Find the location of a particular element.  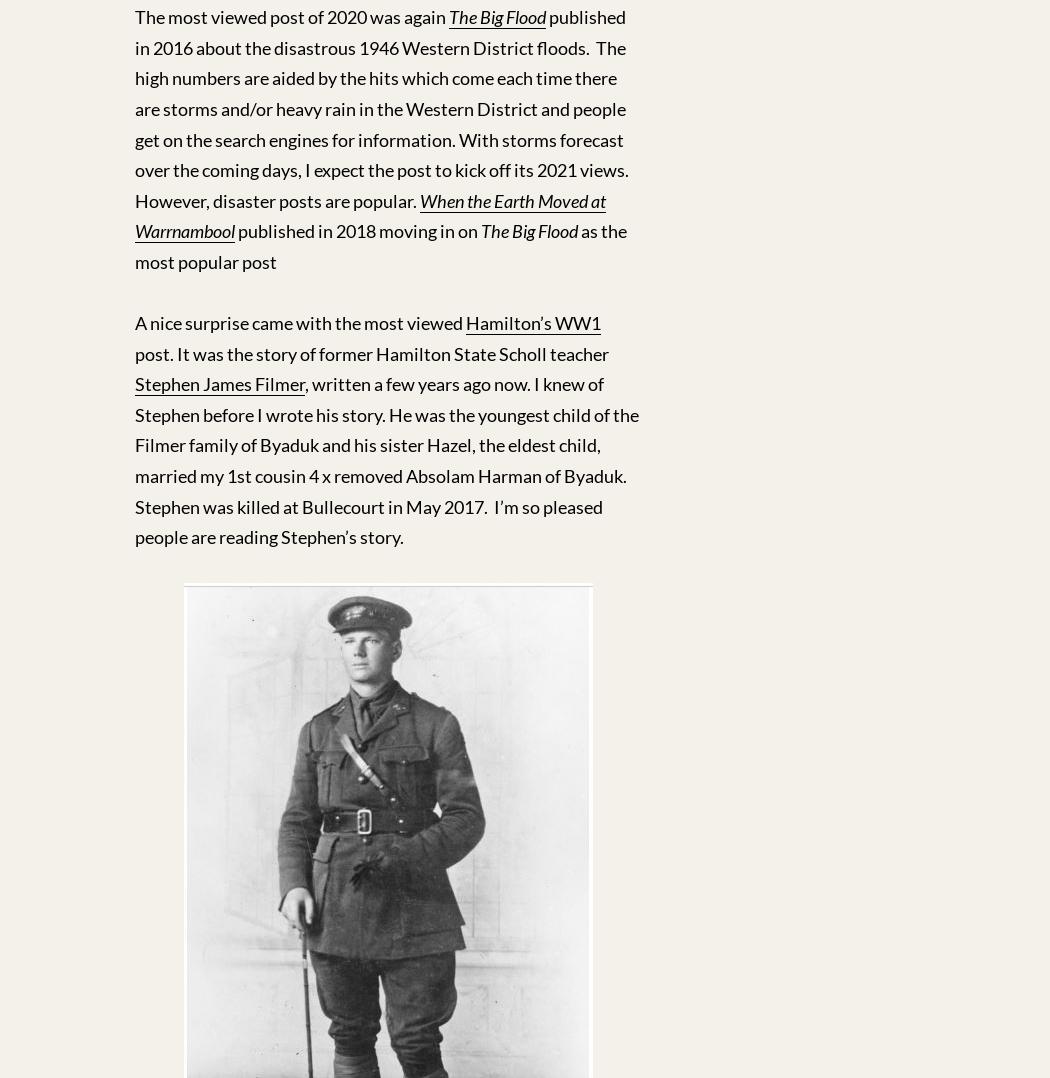

'published in 2018 moving in on' is located at coordinates (234, 231).